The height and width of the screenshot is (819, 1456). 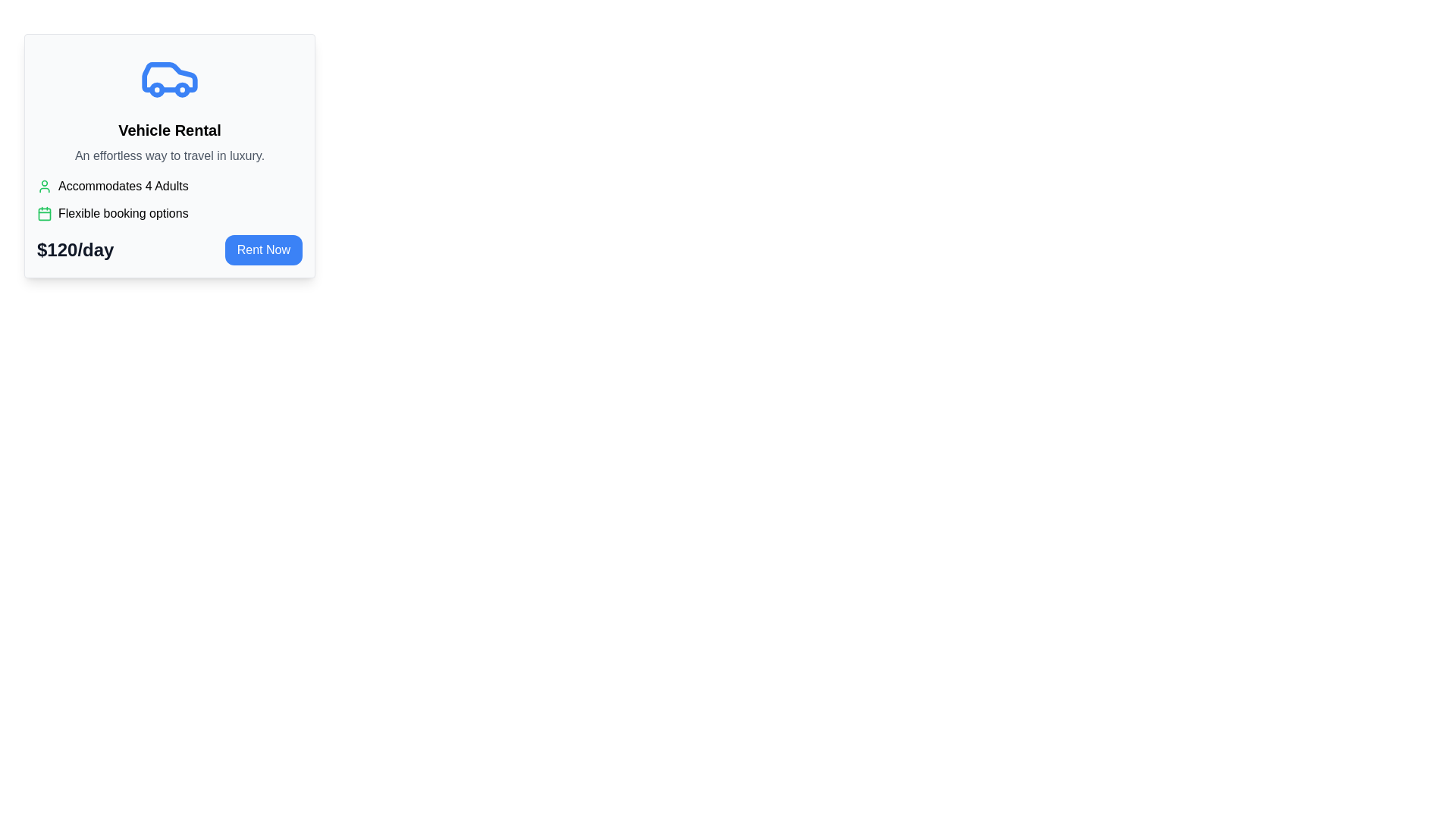 What do you see at coordinates (157, 89) in the screenshot?
I see `the small circular element located at the bottom-left corner of the car icon` at bounding box center [157, 89].